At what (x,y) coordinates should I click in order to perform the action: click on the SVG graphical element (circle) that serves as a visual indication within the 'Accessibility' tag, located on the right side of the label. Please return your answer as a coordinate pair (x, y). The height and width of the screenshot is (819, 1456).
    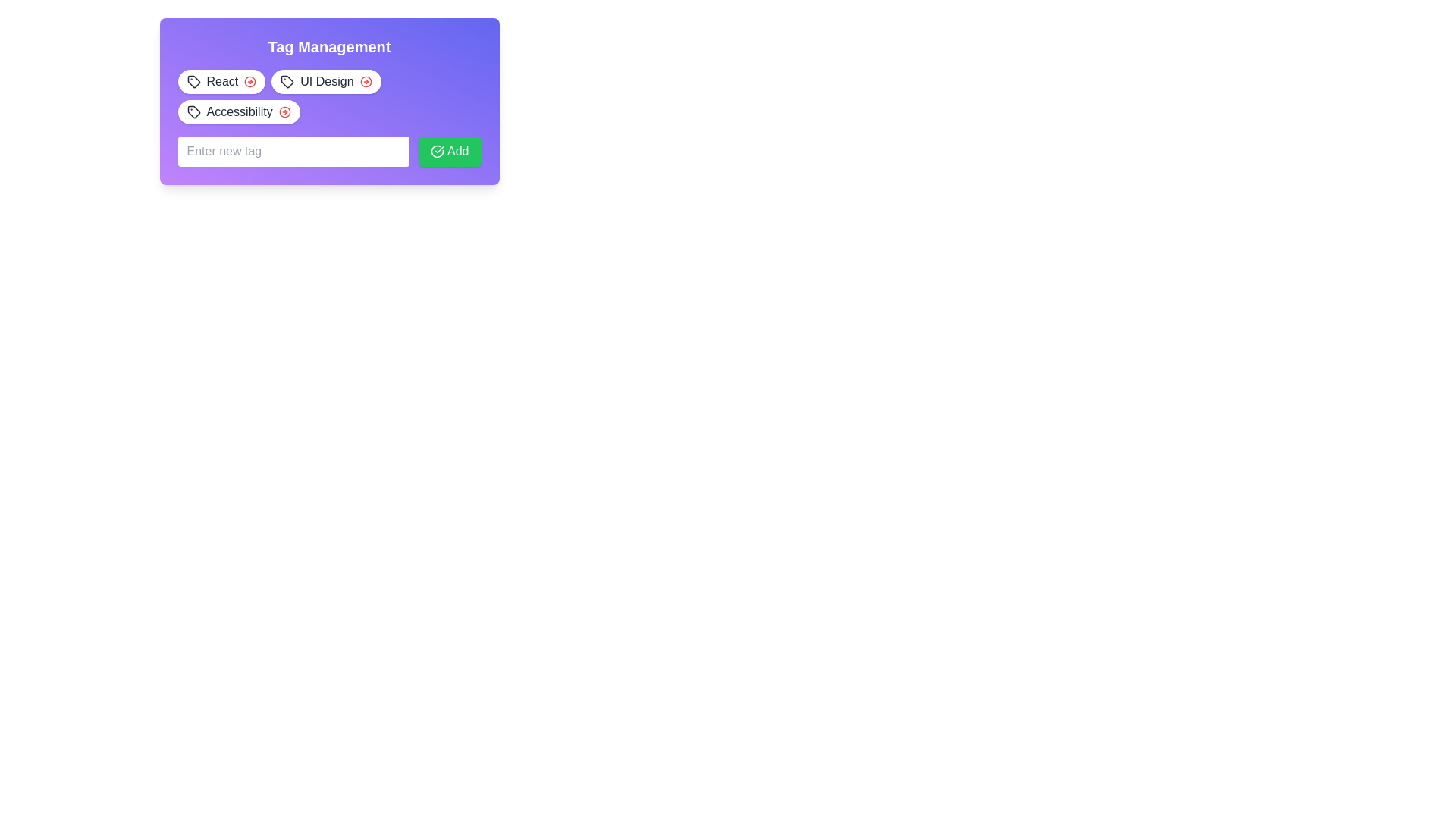
    Looking at the image, I should click on (284, 111).